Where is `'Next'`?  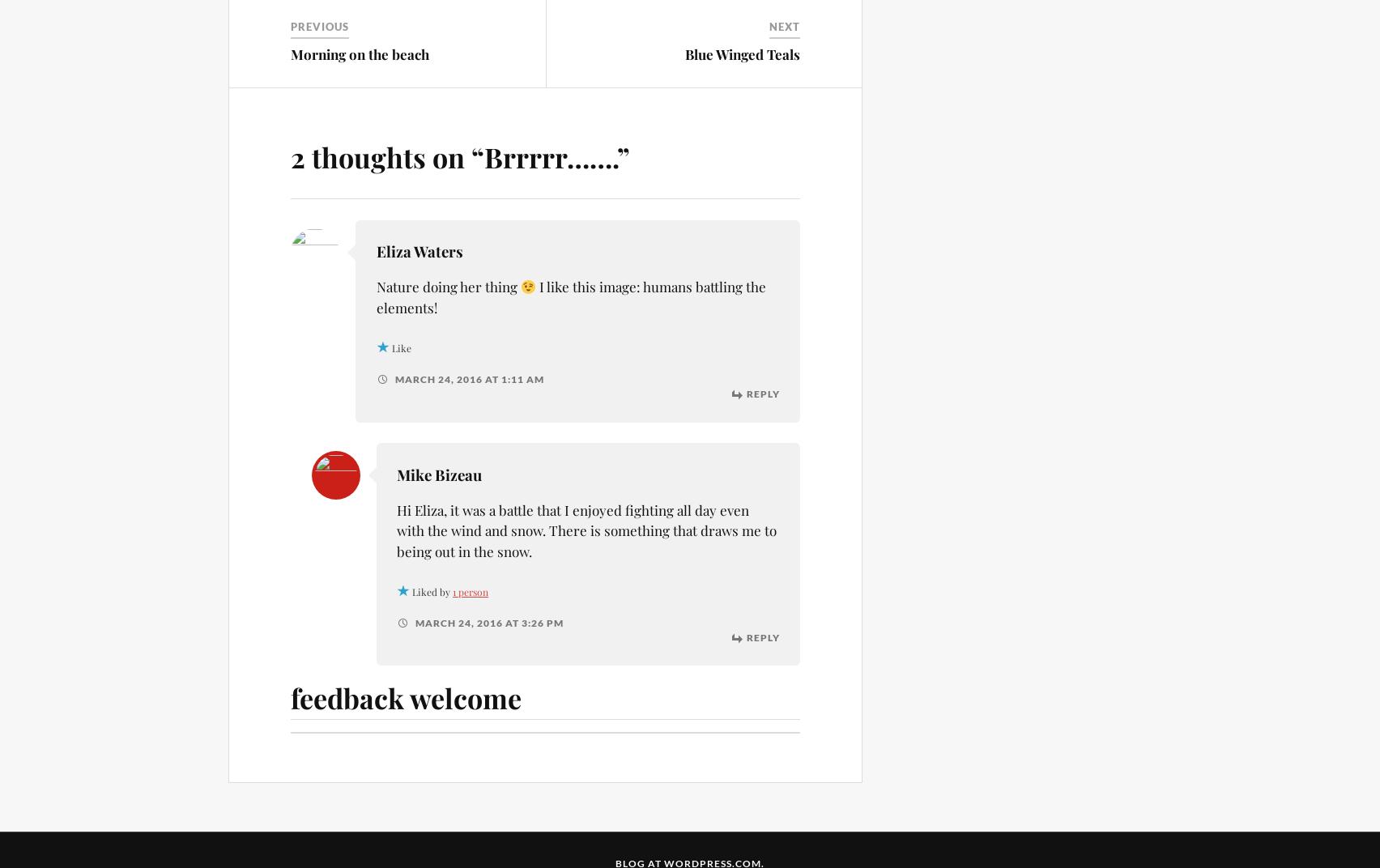 'Next' is located at coordinates (785, 26).